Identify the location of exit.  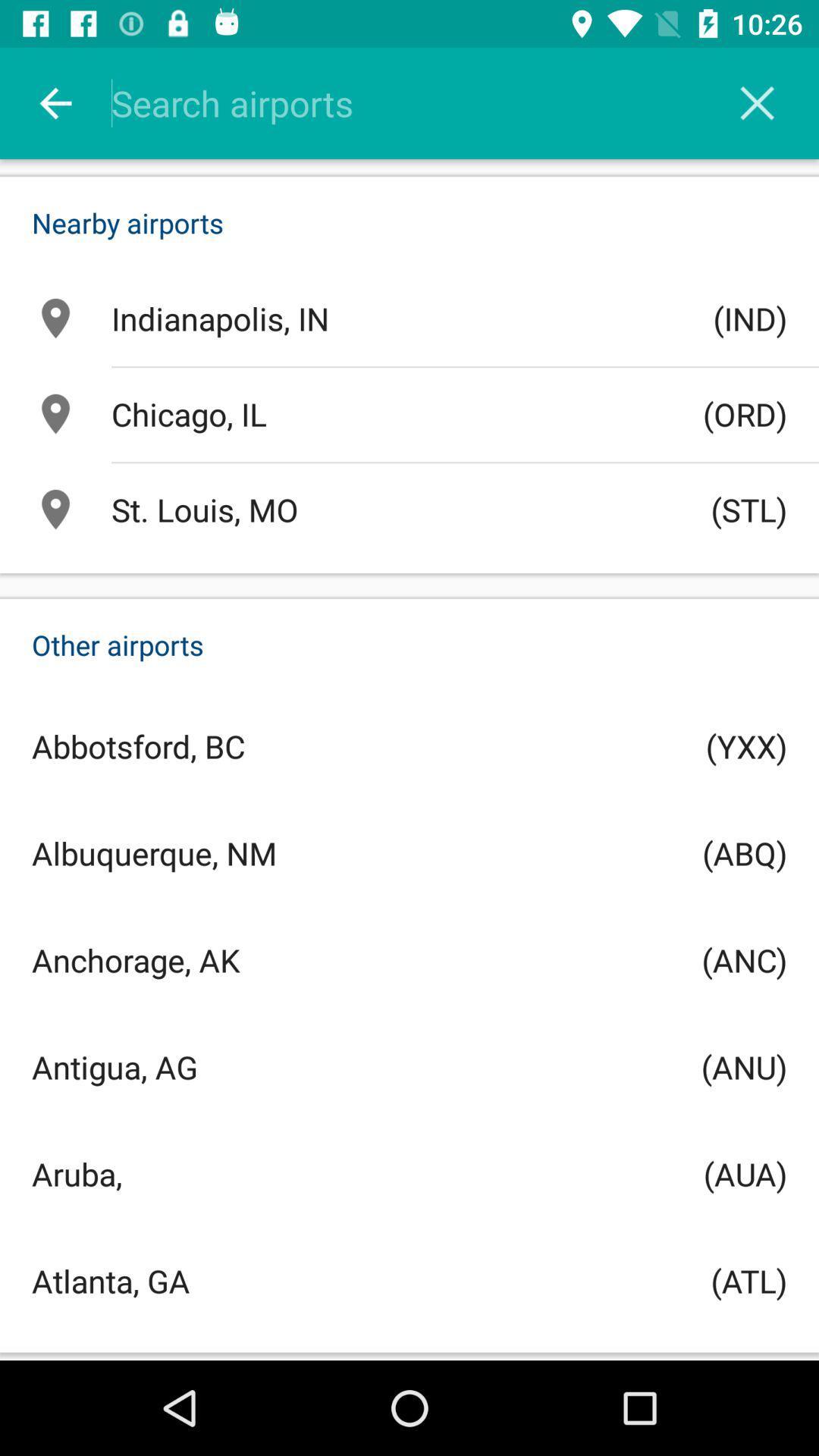
(757, 102).